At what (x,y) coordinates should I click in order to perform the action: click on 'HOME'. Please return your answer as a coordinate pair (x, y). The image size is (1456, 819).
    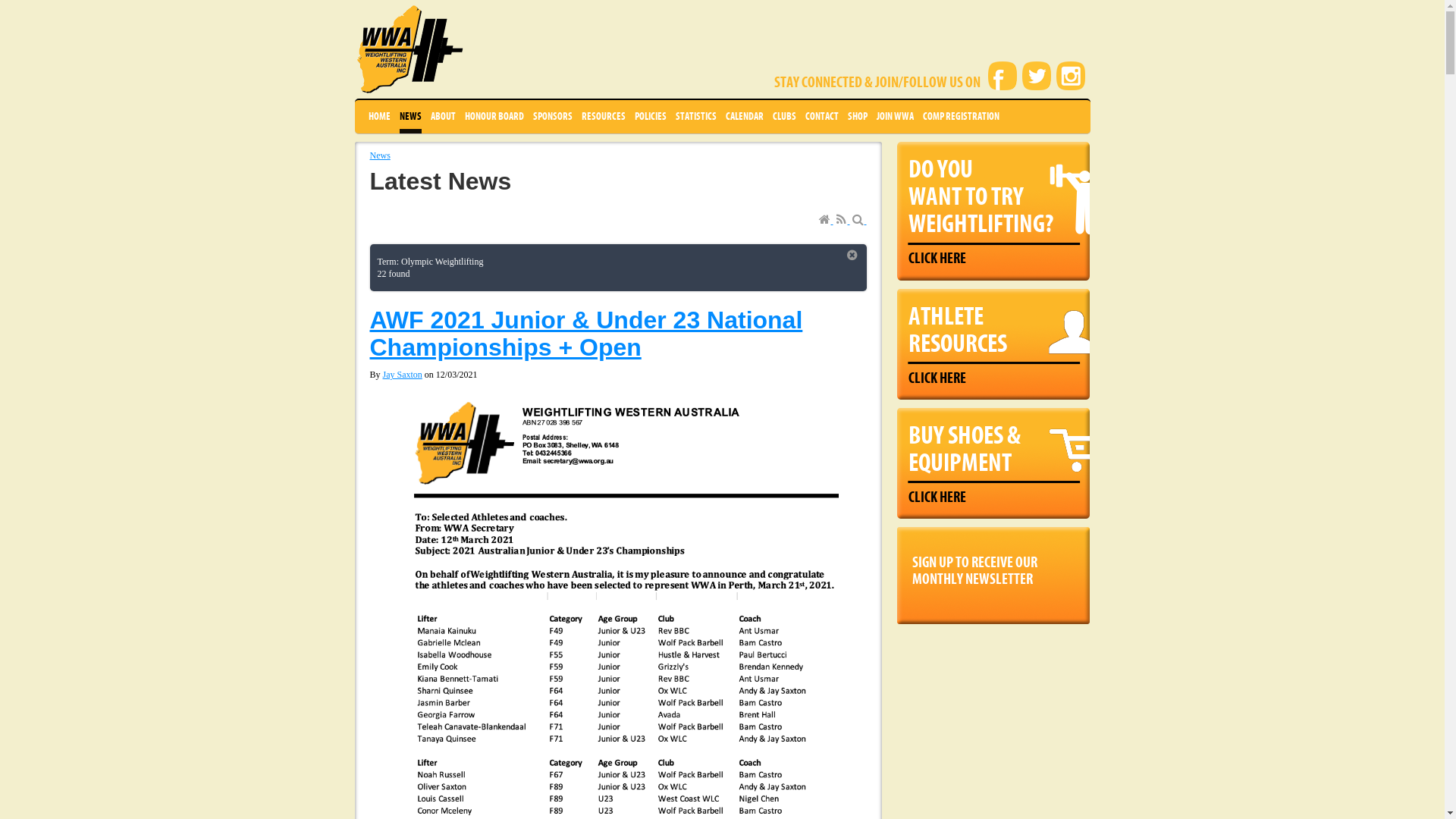
    Looking at the image, I should click on (379, 116).